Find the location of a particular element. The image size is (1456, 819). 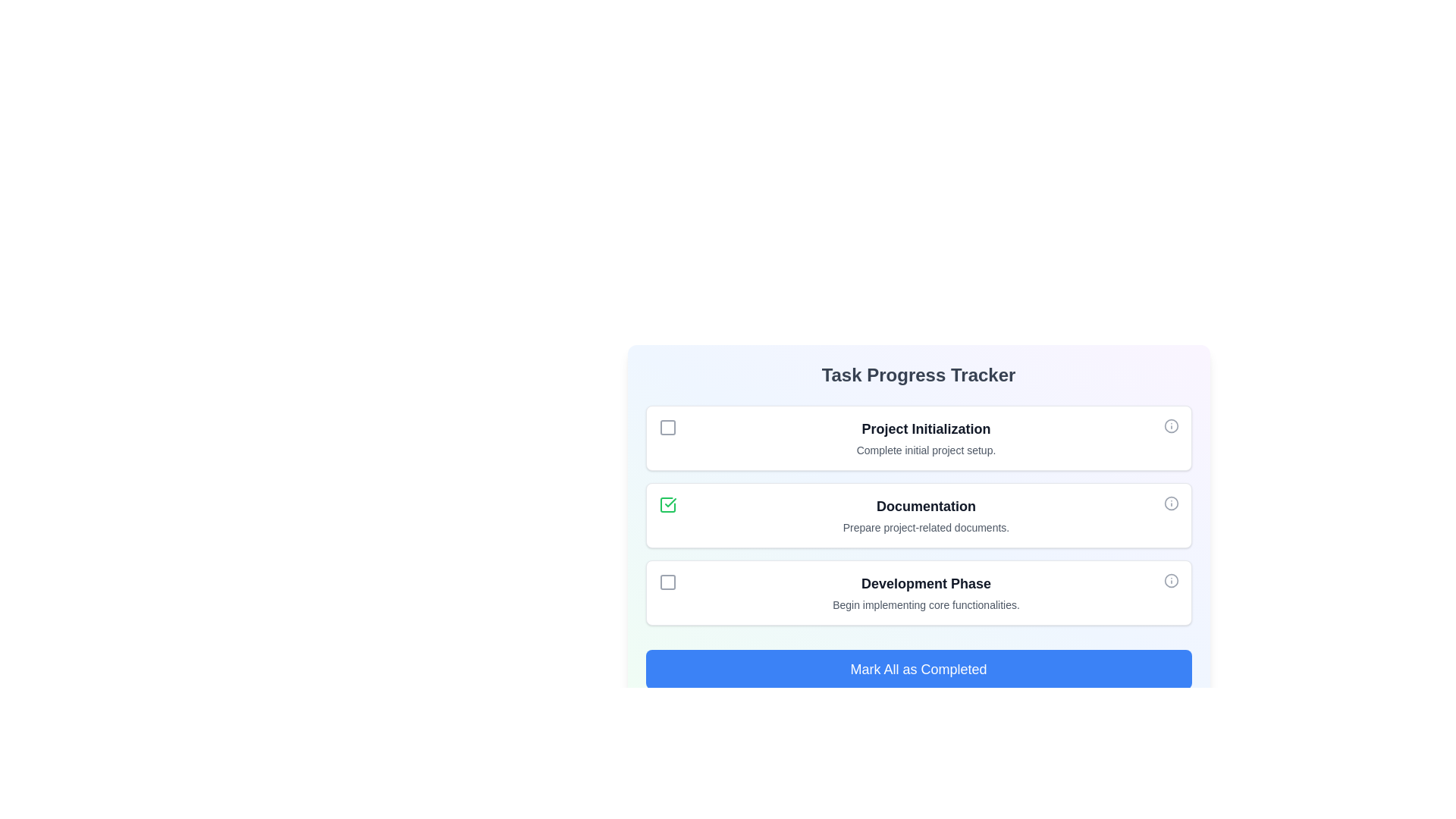

the circle element located in the upper-right corner of the 'Project Initialization' section within the task list interface is located at coordinates (1170, 426).